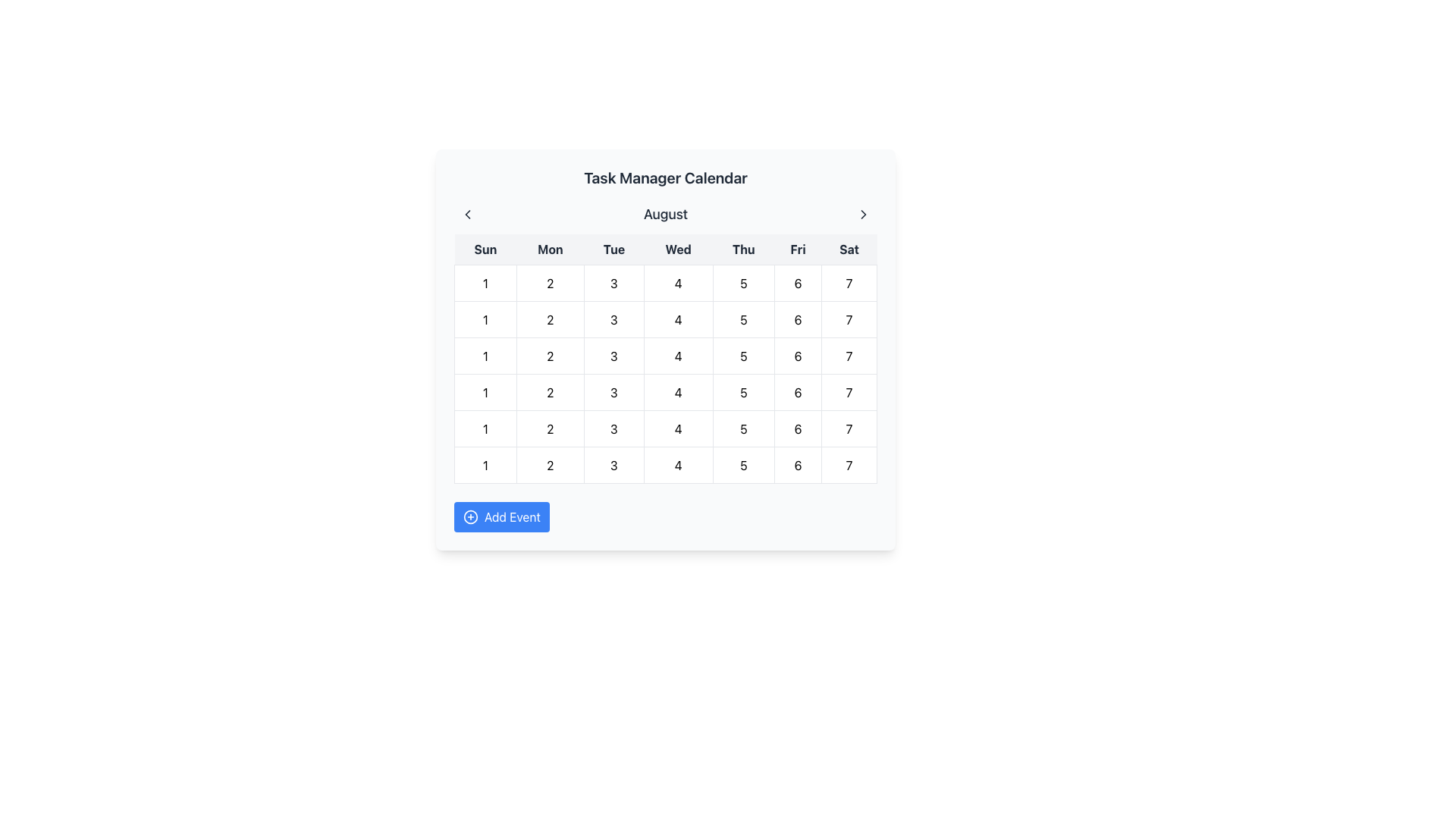  I want to click on the left-pointing chevron icon in the top-left corner of the calendar interface, so click(467, 214).